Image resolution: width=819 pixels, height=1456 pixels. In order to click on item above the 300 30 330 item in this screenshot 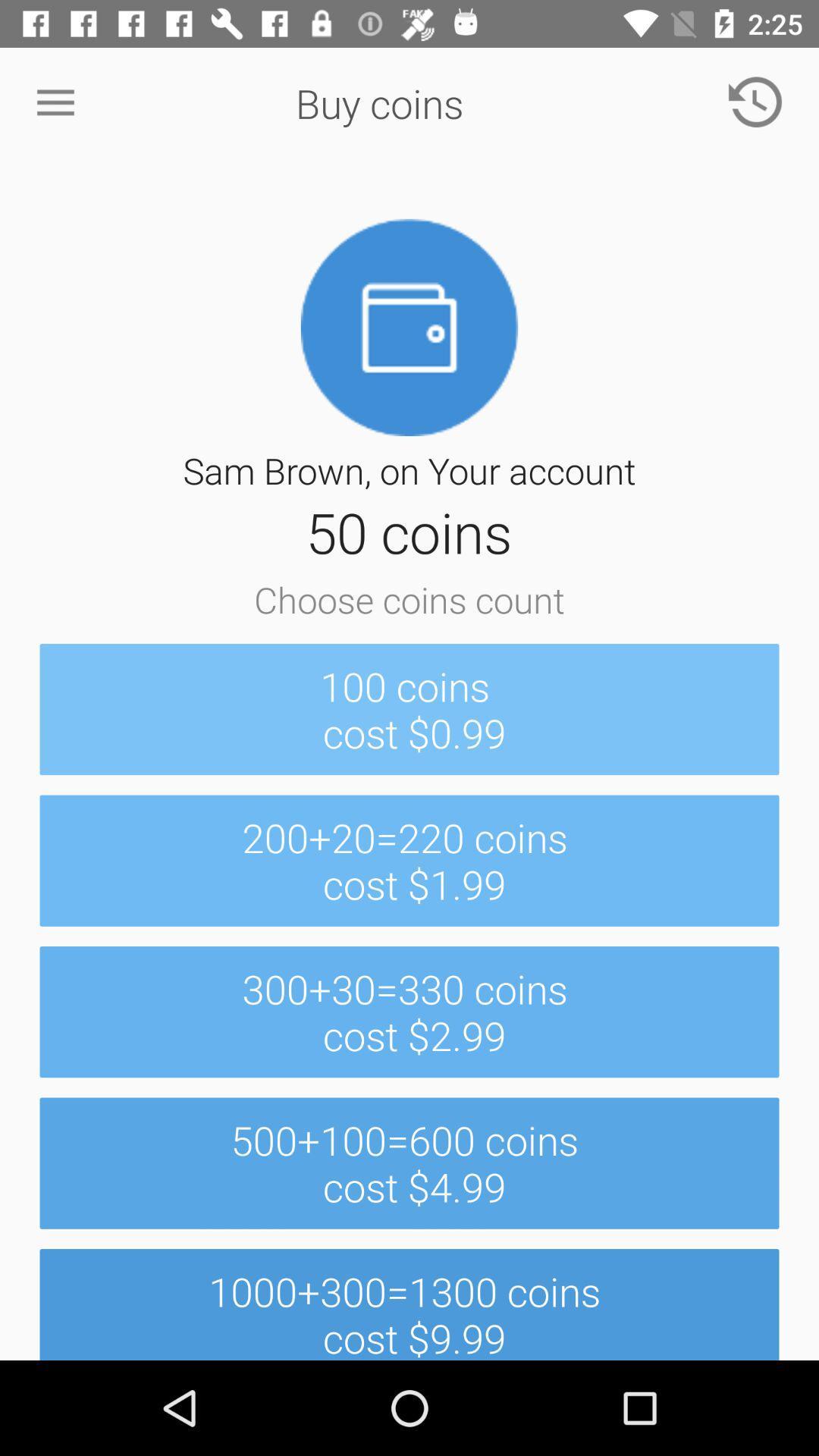, I will do `click(409, 861)`.